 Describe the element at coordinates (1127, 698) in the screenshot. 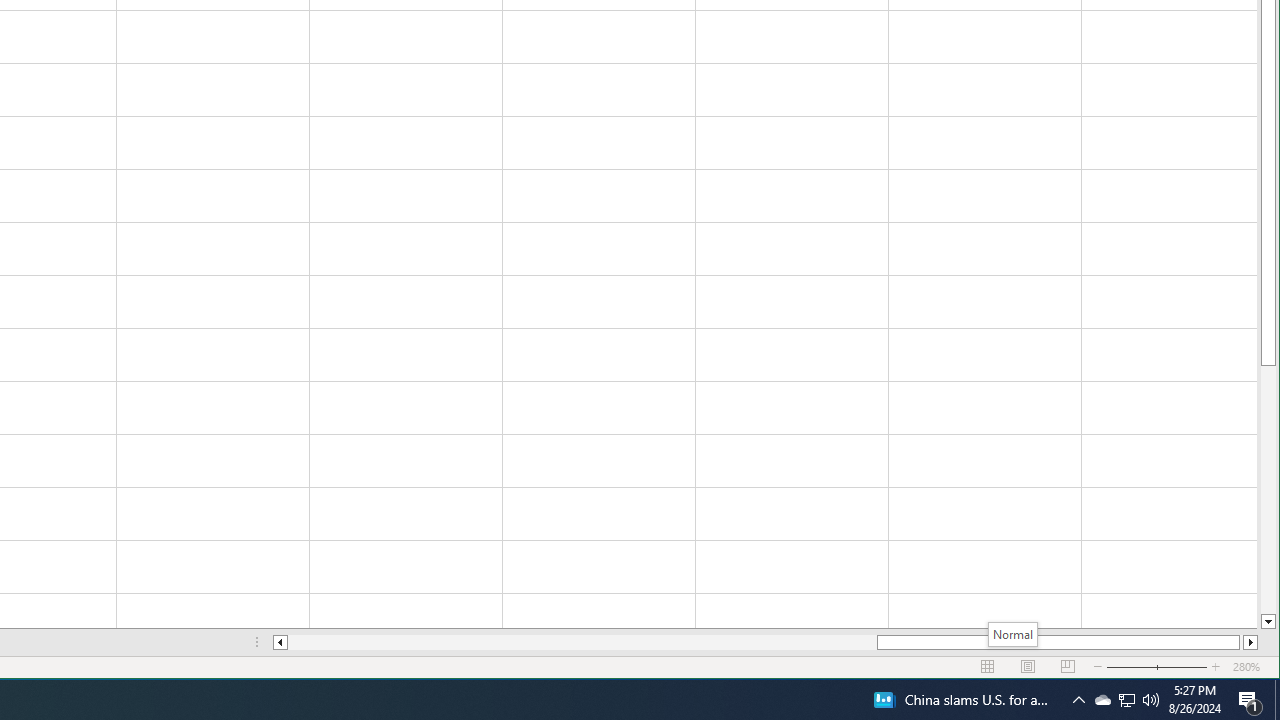

I see `'User Promoted Notification Area'` at that location.